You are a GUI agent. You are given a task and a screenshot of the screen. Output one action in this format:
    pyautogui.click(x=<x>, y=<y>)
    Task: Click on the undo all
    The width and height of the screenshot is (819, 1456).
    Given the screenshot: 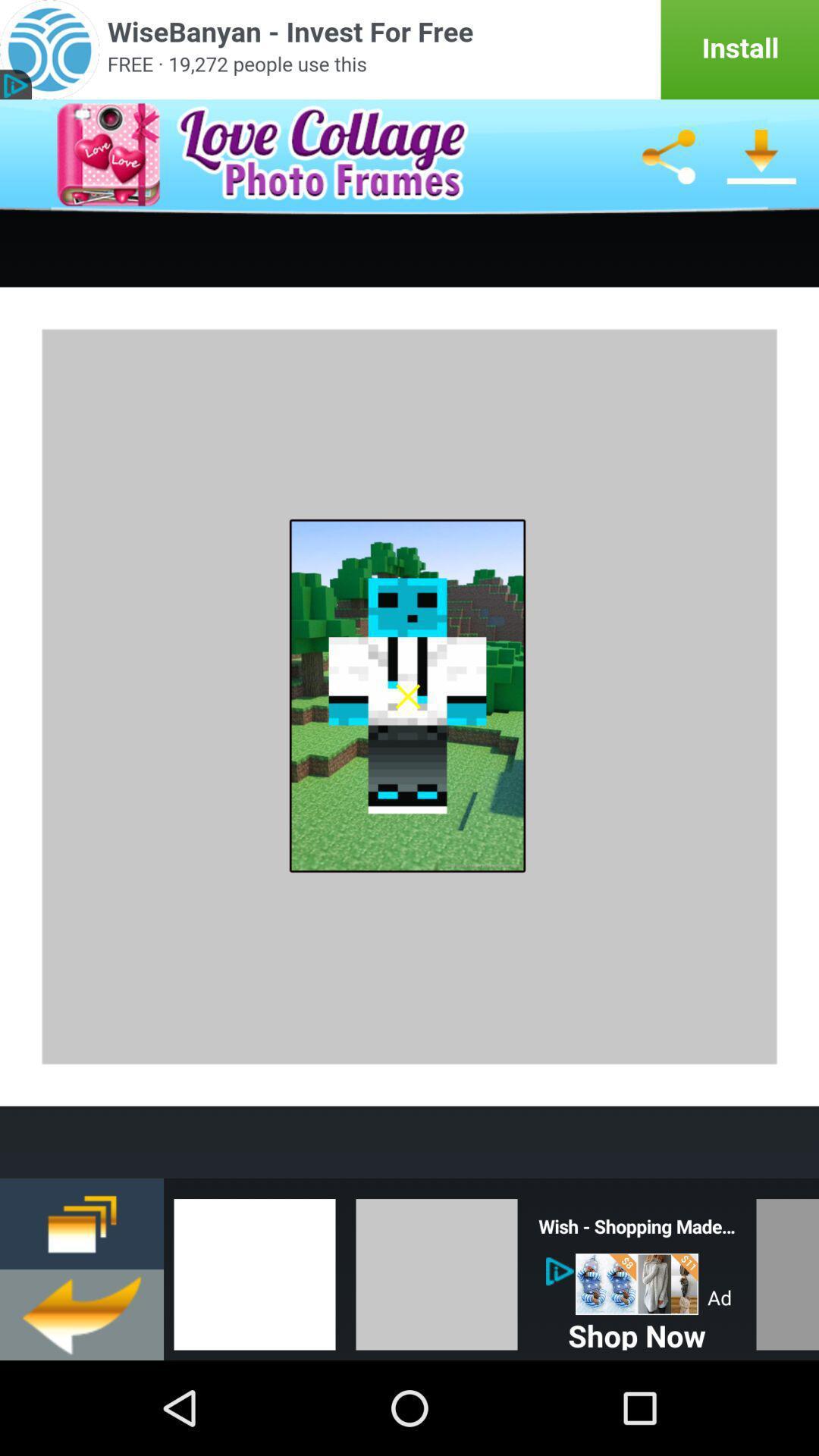 What is the action you would take?
    pyautogui.click(x=82, y=1313)
    